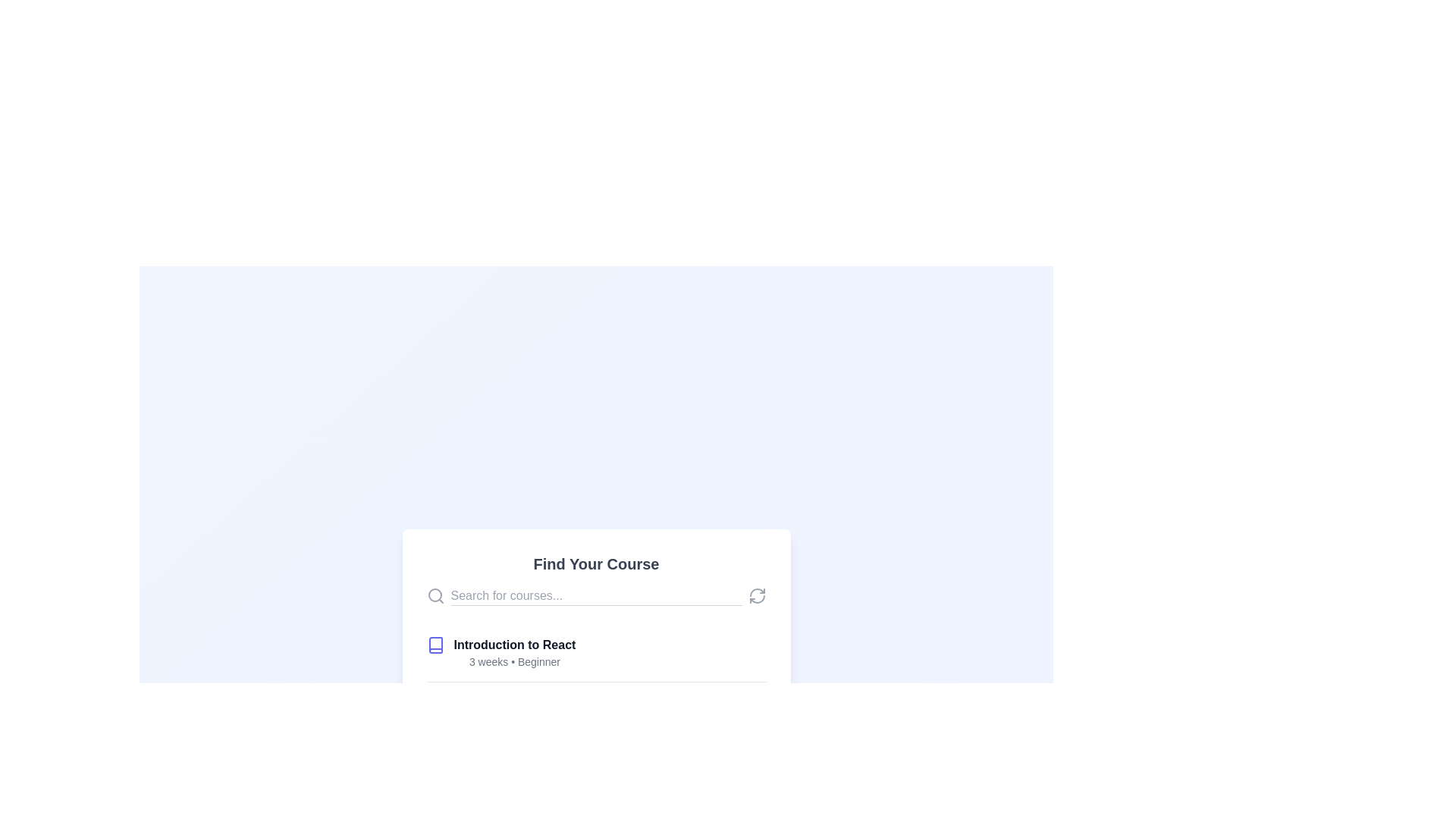 The image size is (1456, 819). What do you see at coordinates (435, 645) in the screenshot?
I see `the course listing icon located to the left of the label 'Introduction to React' in the course list section` at bounding box center [435, 645].